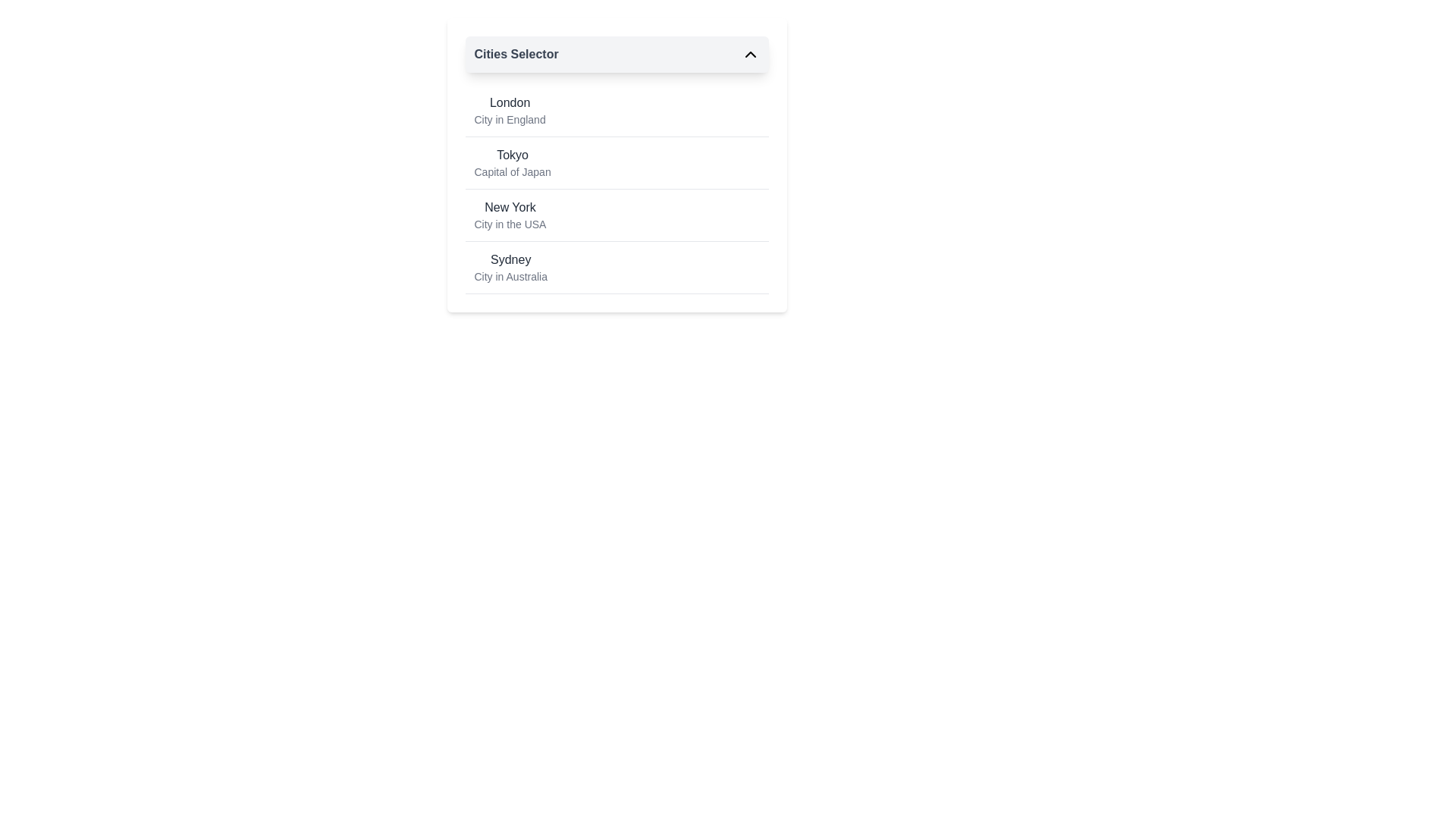  Describe the element at coordinates (513, 155) in the screenshot. I see `the text label displaying 'Tokyo' in the cities selection list, which is located under the heading 'Cities Selector' and positioned above 'Capital of Japan'` at that location.